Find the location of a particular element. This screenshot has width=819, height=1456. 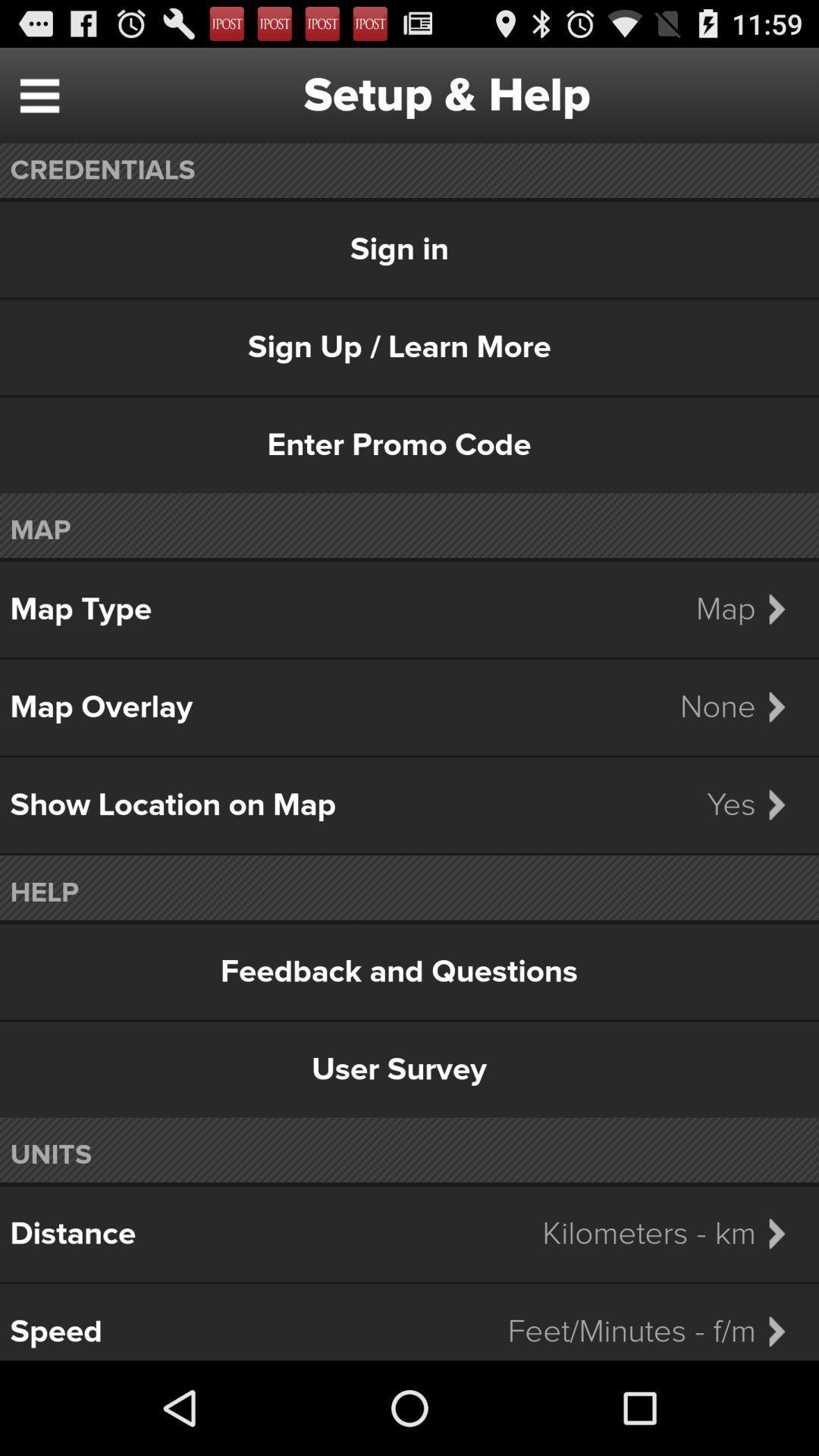

the sign in is located at coordinates (409, 249).